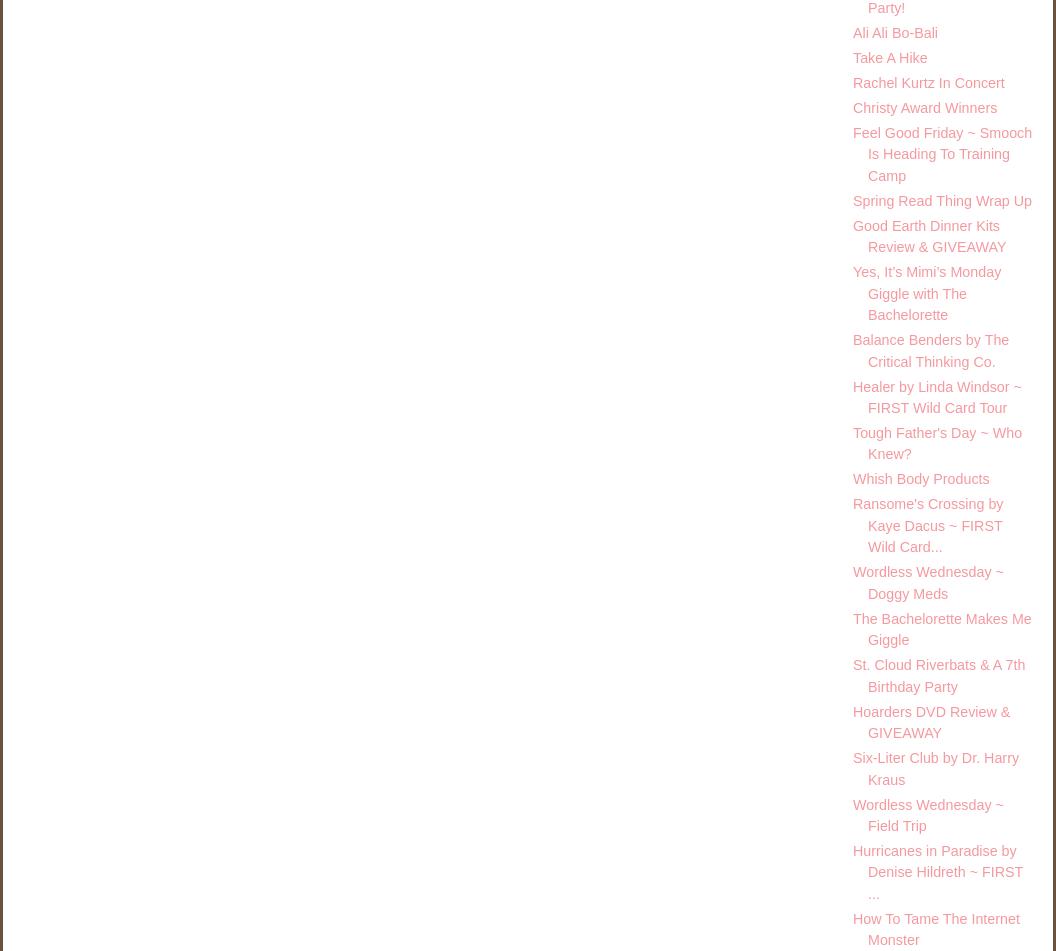 The image size is (1056, 951). What do you see at coordinates (931, 720) in the screenshot?
I see `'Hoarders DVD Review & GIVEAWAY'` at bounding box center [931, 720].